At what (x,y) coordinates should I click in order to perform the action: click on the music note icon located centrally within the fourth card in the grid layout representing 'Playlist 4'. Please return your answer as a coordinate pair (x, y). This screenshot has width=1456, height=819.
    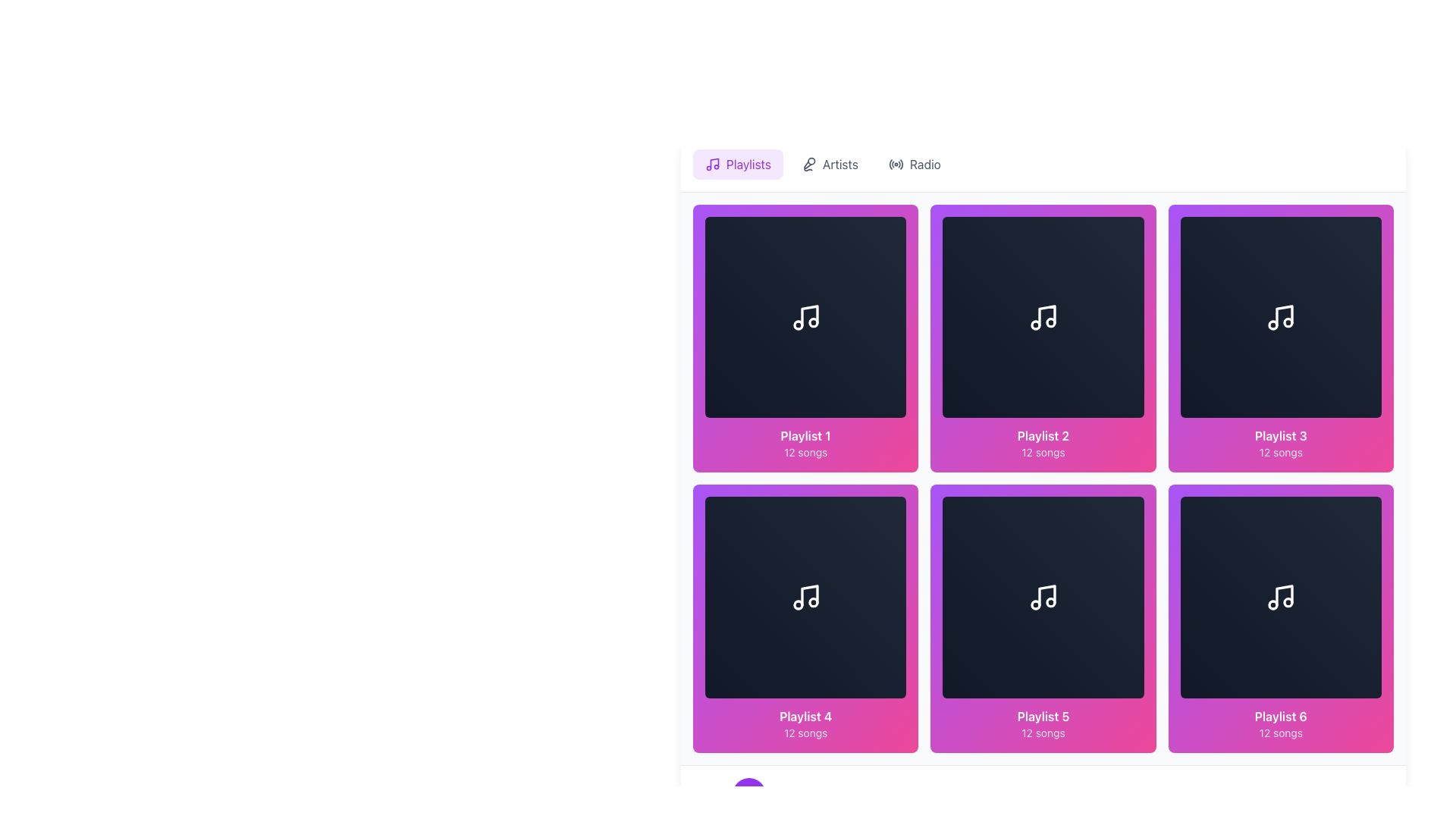
    Looking at the image, I should click on (808, 595).